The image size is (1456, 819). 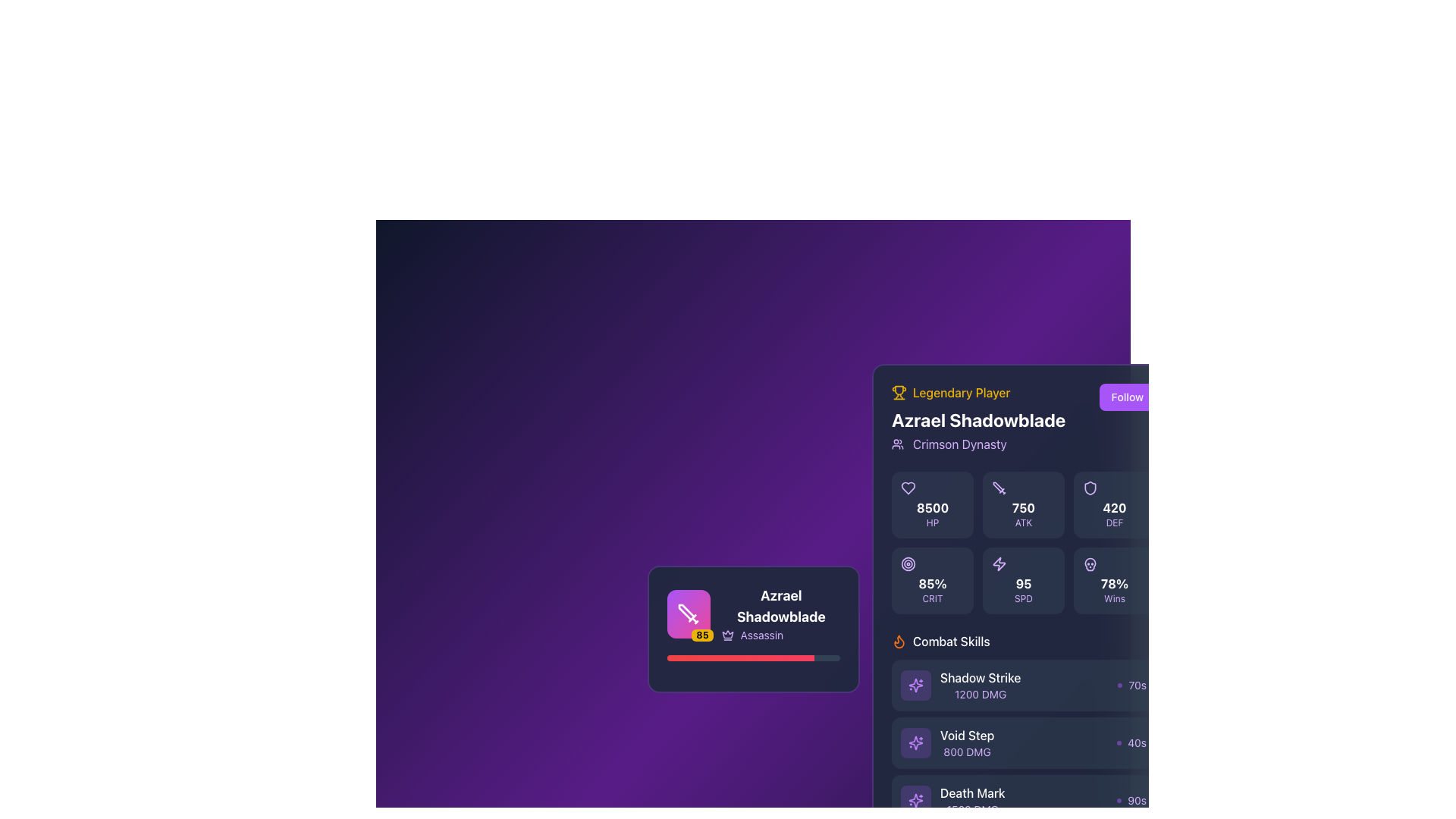 What do you see at coordinates (701, 635) in the screenshot?
I see `displayed numerical value on the Badge located at the bottom-right corner of the purple-to-pink gradient icon featuring a sword illustration` at bounding box center [701, 635].